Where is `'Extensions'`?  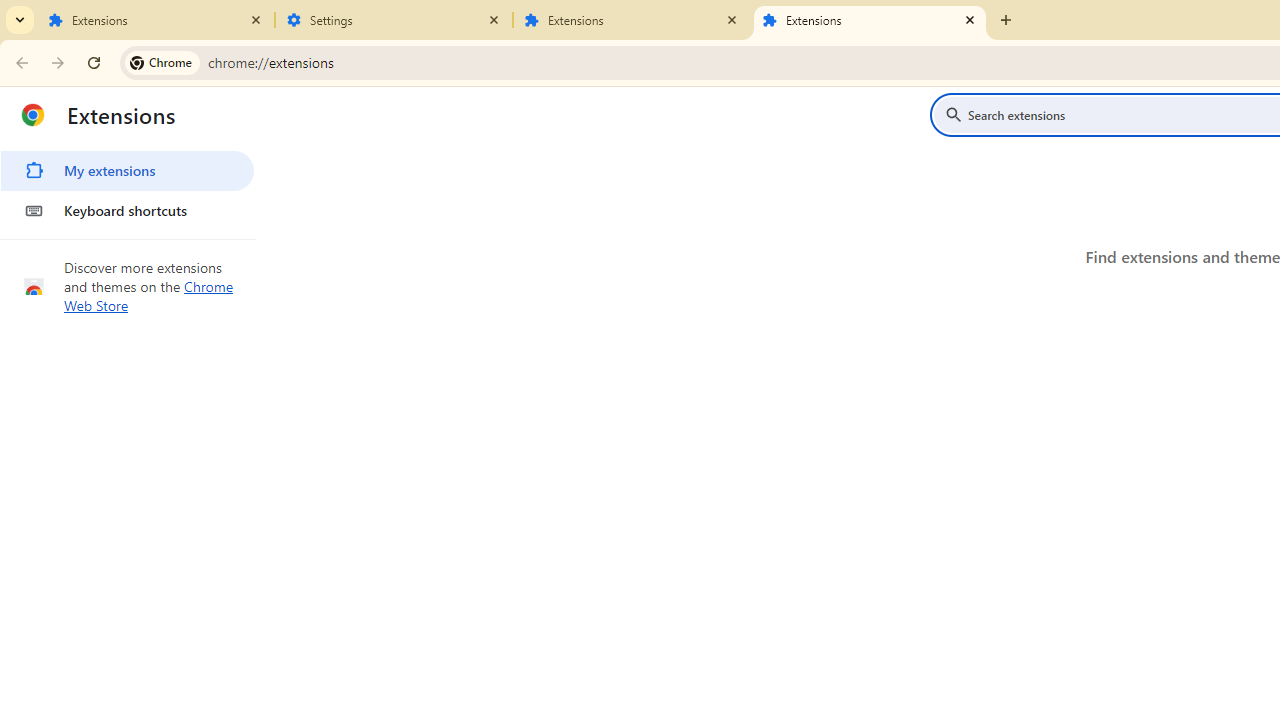
'Extensions' is located at coordinates (155, 20).